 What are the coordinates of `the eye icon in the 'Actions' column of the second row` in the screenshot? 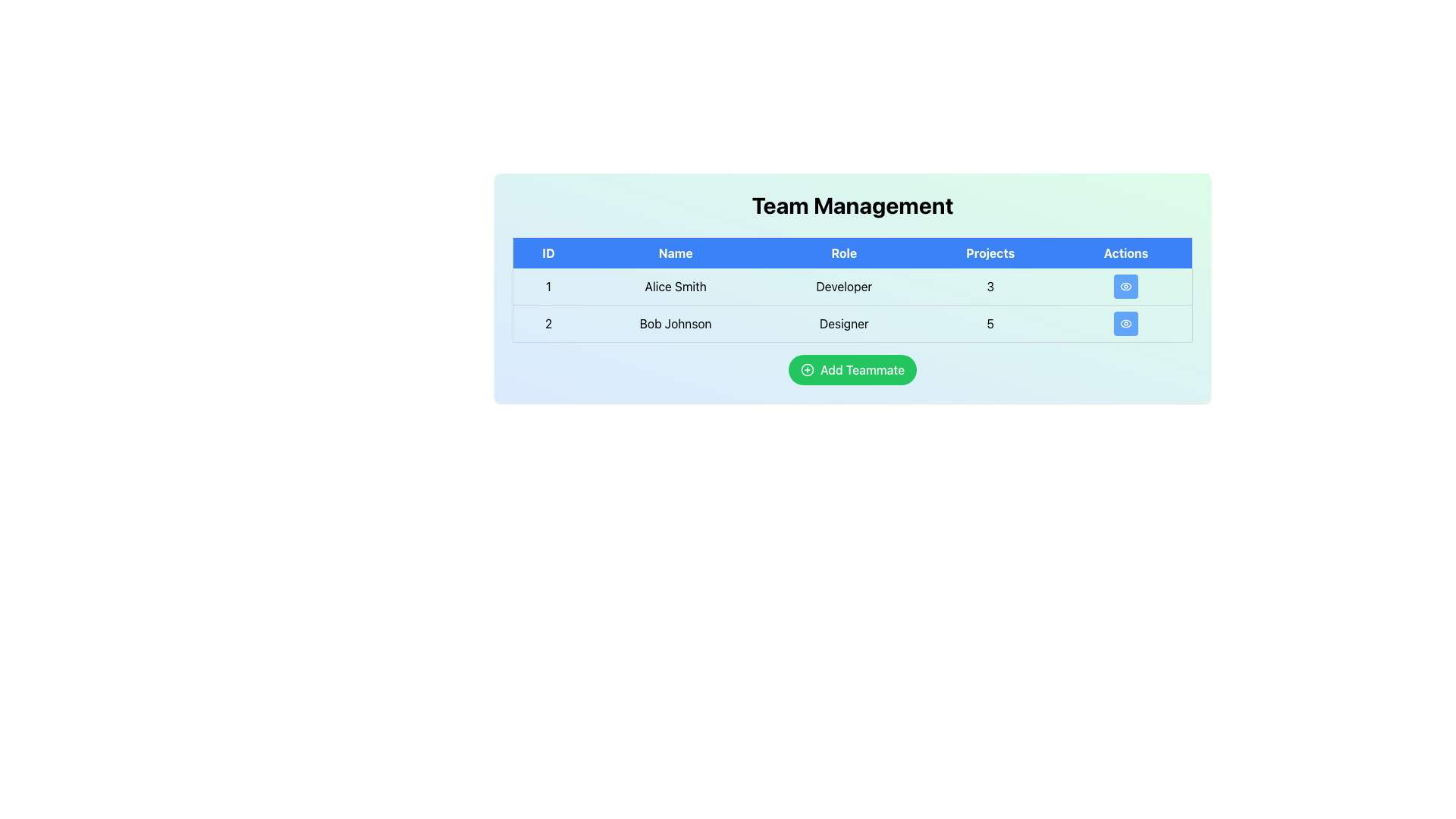 It's located at (1126, 287).